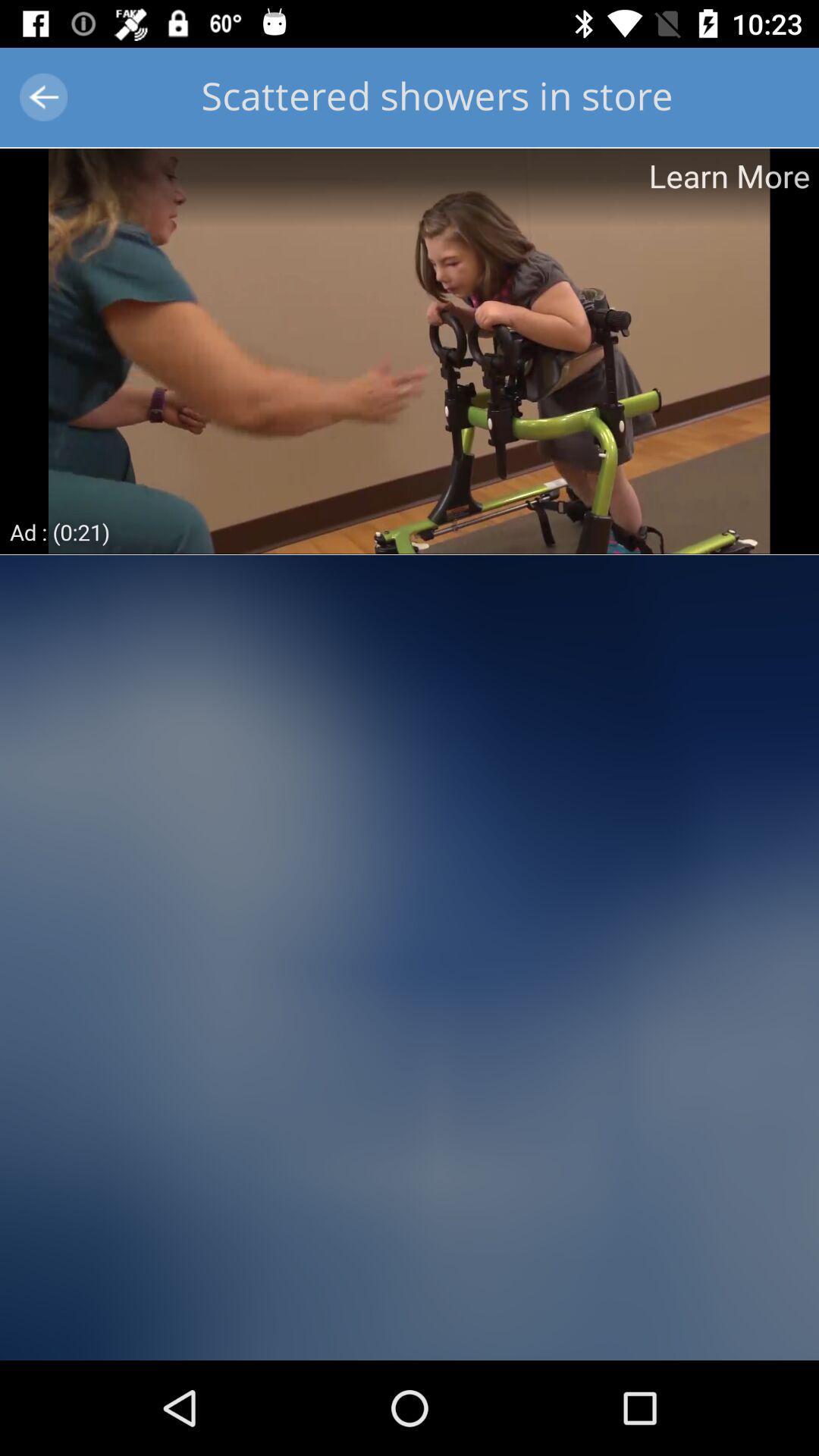  Describe the element at coordinates (42, 96) in the screenshot. I see `the arrow_backward icon` at that location.